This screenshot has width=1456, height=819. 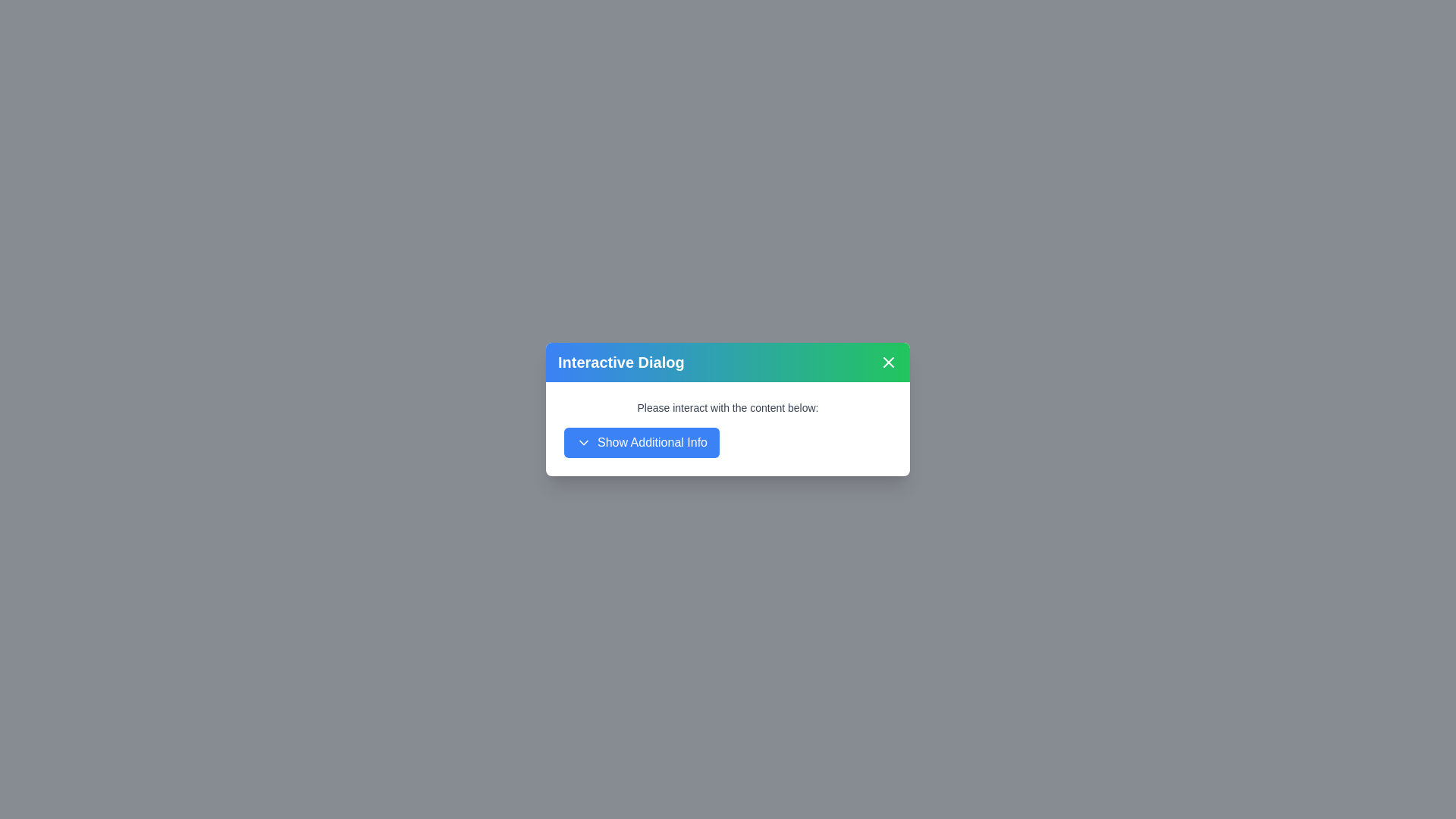 I want to click on the static text label that serves as the title of the dialog, which is centered horizontally within the gradient background header, so click(x=621, y=362).